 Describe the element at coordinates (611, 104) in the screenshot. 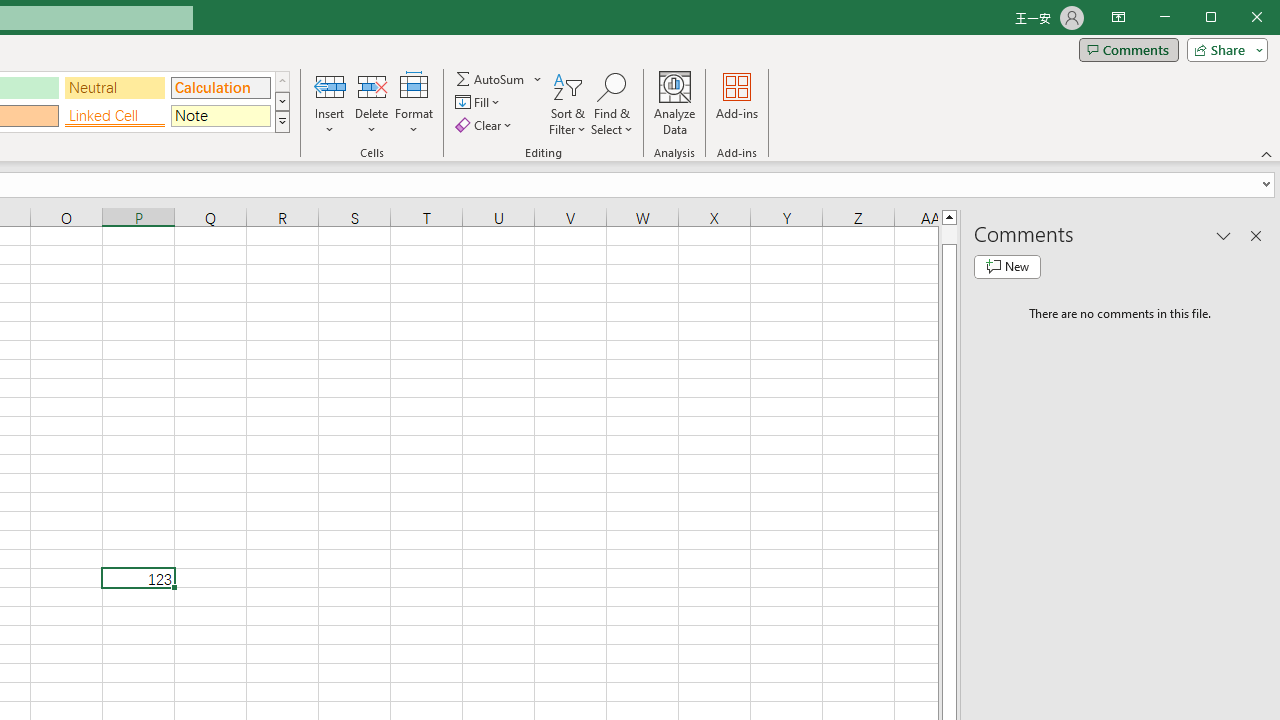

I see `'Find & Select'` at that location.